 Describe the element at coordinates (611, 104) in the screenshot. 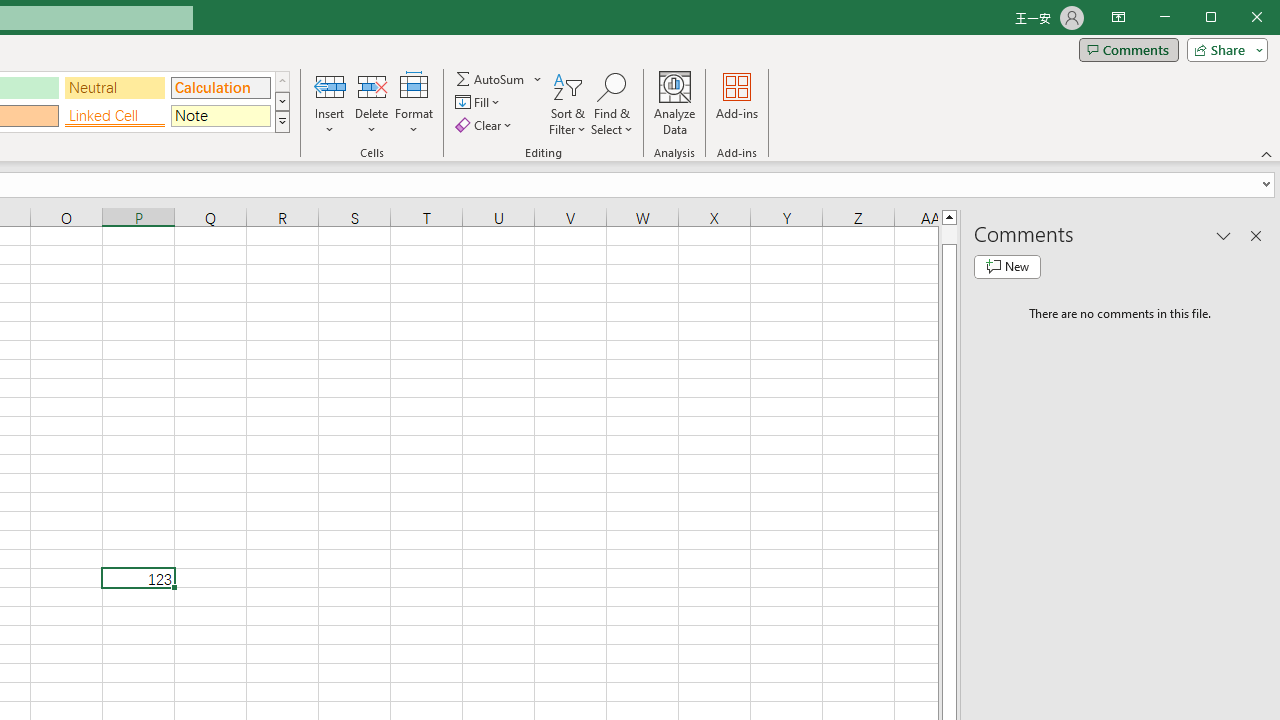

I see `'Find & Select'` at that location.